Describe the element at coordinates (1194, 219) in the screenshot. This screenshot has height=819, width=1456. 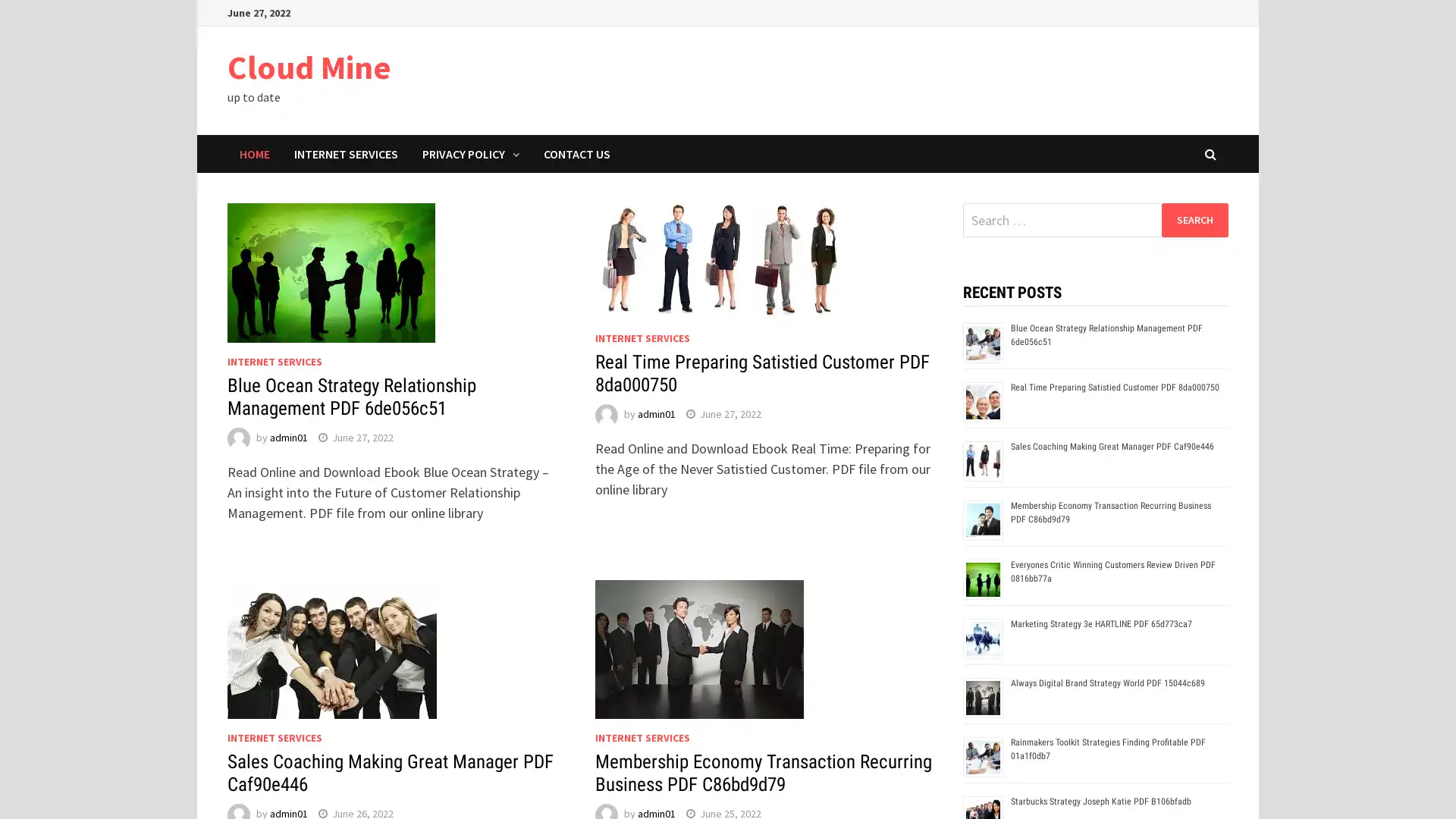
I see `Search` at that location.